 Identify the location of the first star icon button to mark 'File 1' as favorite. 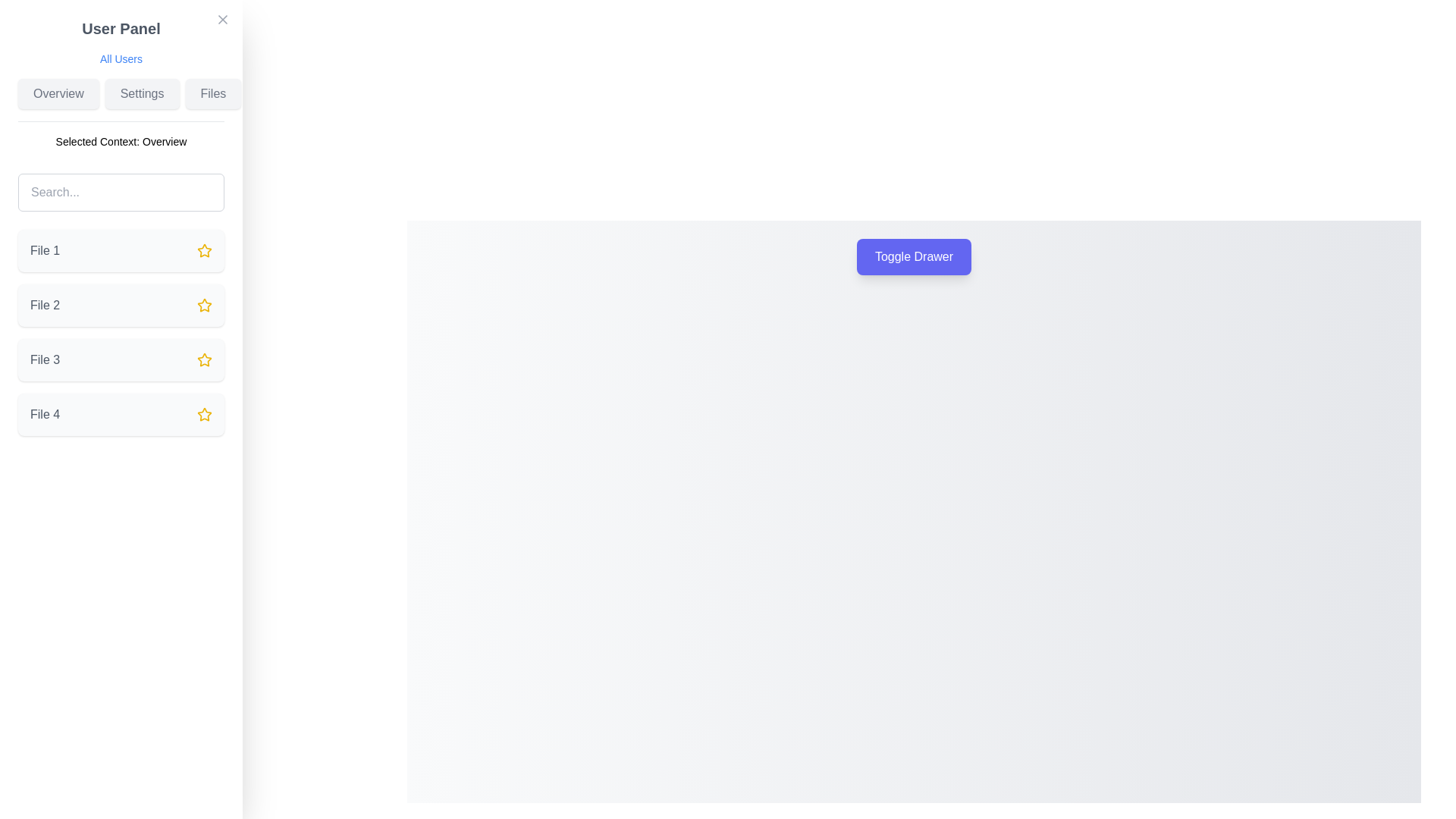
(203, 249).